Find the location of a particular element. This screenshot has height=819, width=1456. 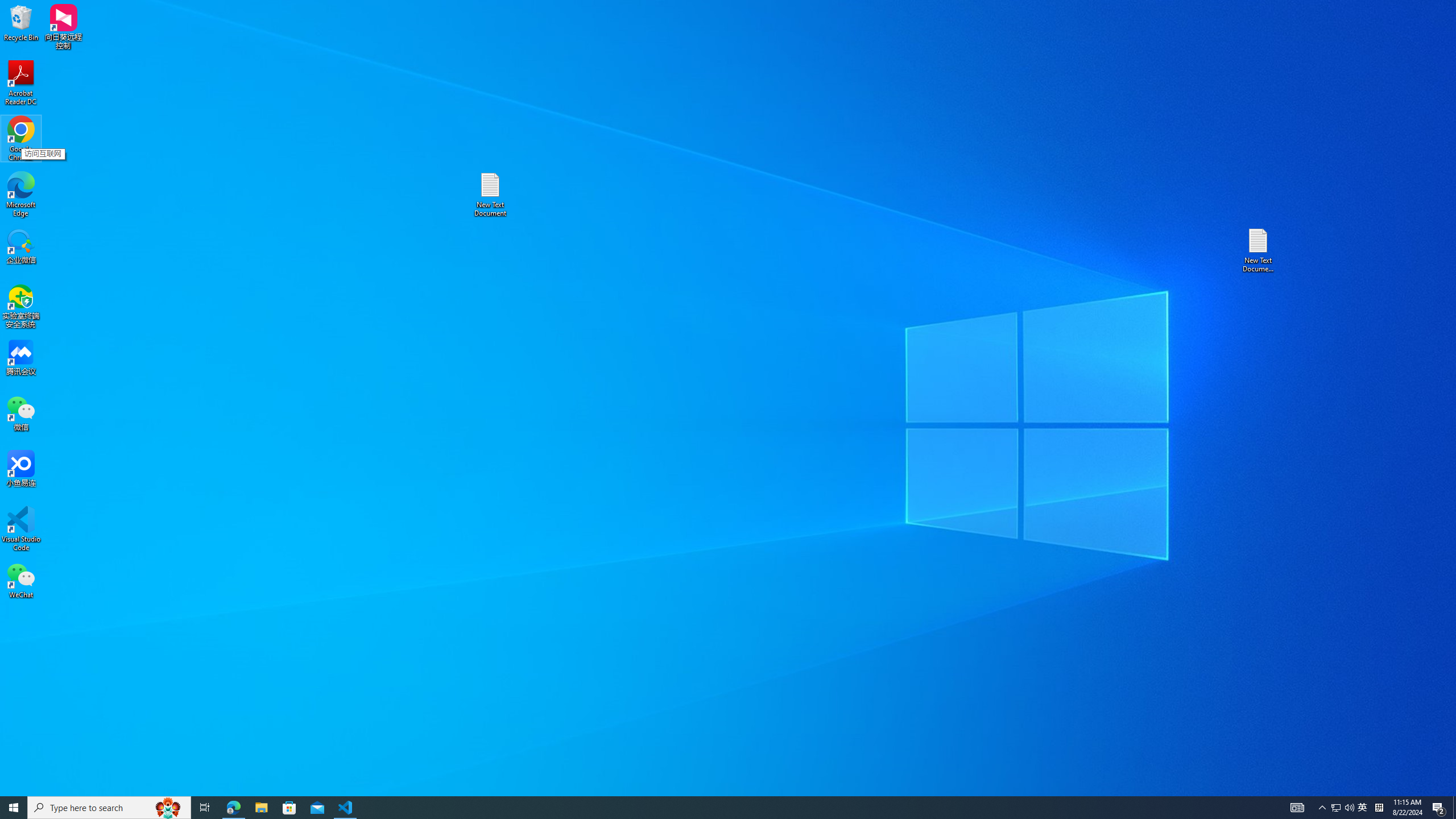

'Google Chrome' is located at coordinates (20, 139).